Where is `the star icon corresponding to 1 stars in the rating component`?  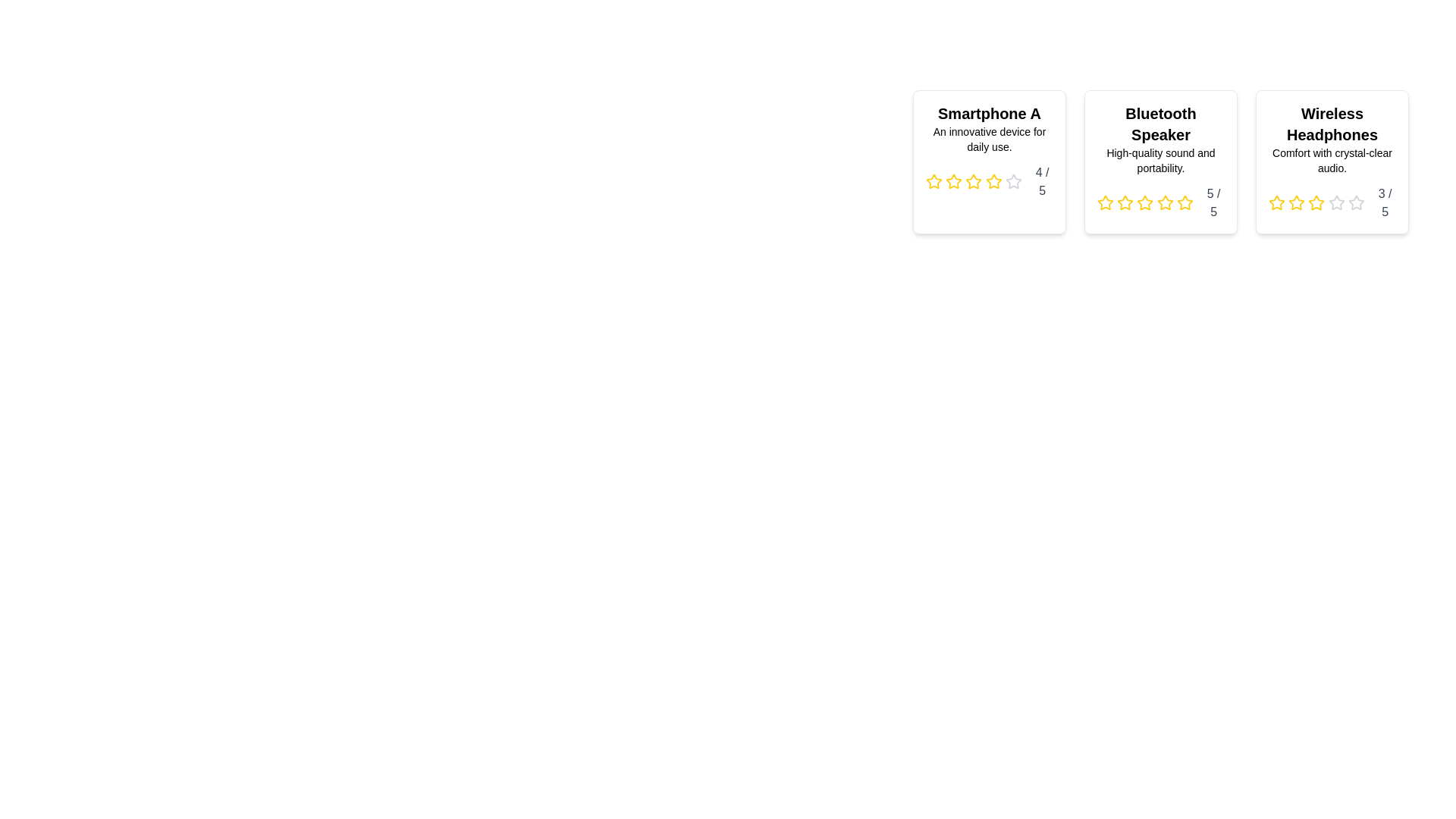 the star icon corresponding to 1 stars in the rating component is located at coordinates (934, 180).